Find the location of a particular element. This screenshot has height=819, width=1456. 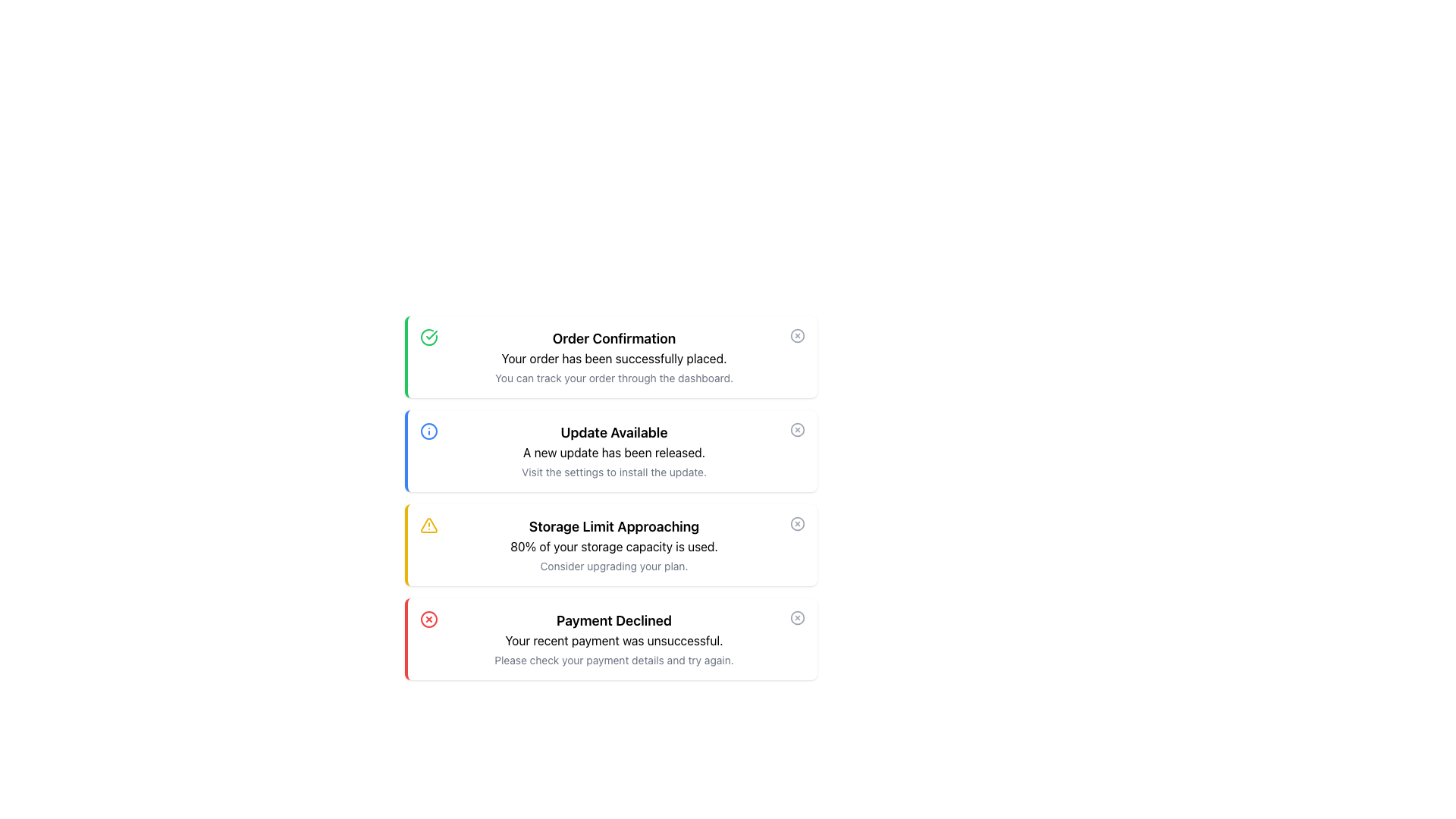

the text notification "80% of your storage capacity is used" located within the yellow-bordered card labeled "Storage Limit Approaching" is located at coordinates (614, 547).